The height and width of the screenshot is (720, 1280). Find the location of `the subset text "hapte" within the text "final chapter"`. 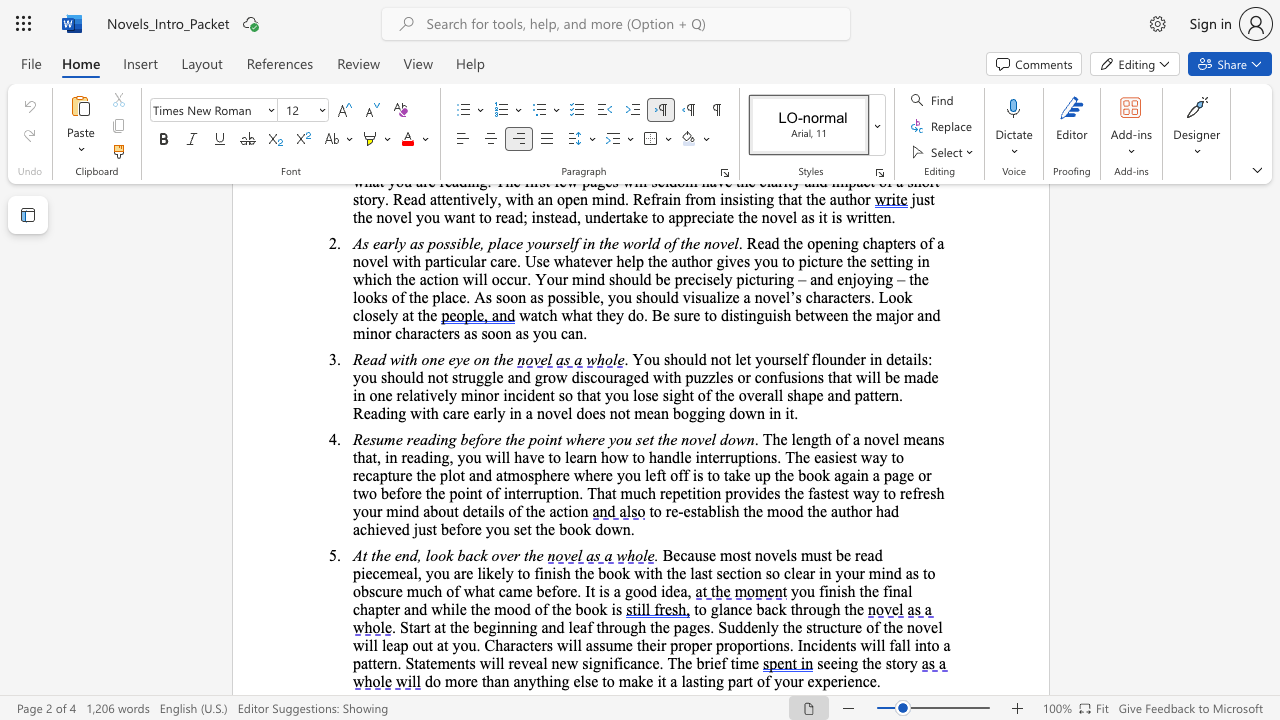

the subset text "hapte" within the text "final chapter" is located at coordinates (360, 608).